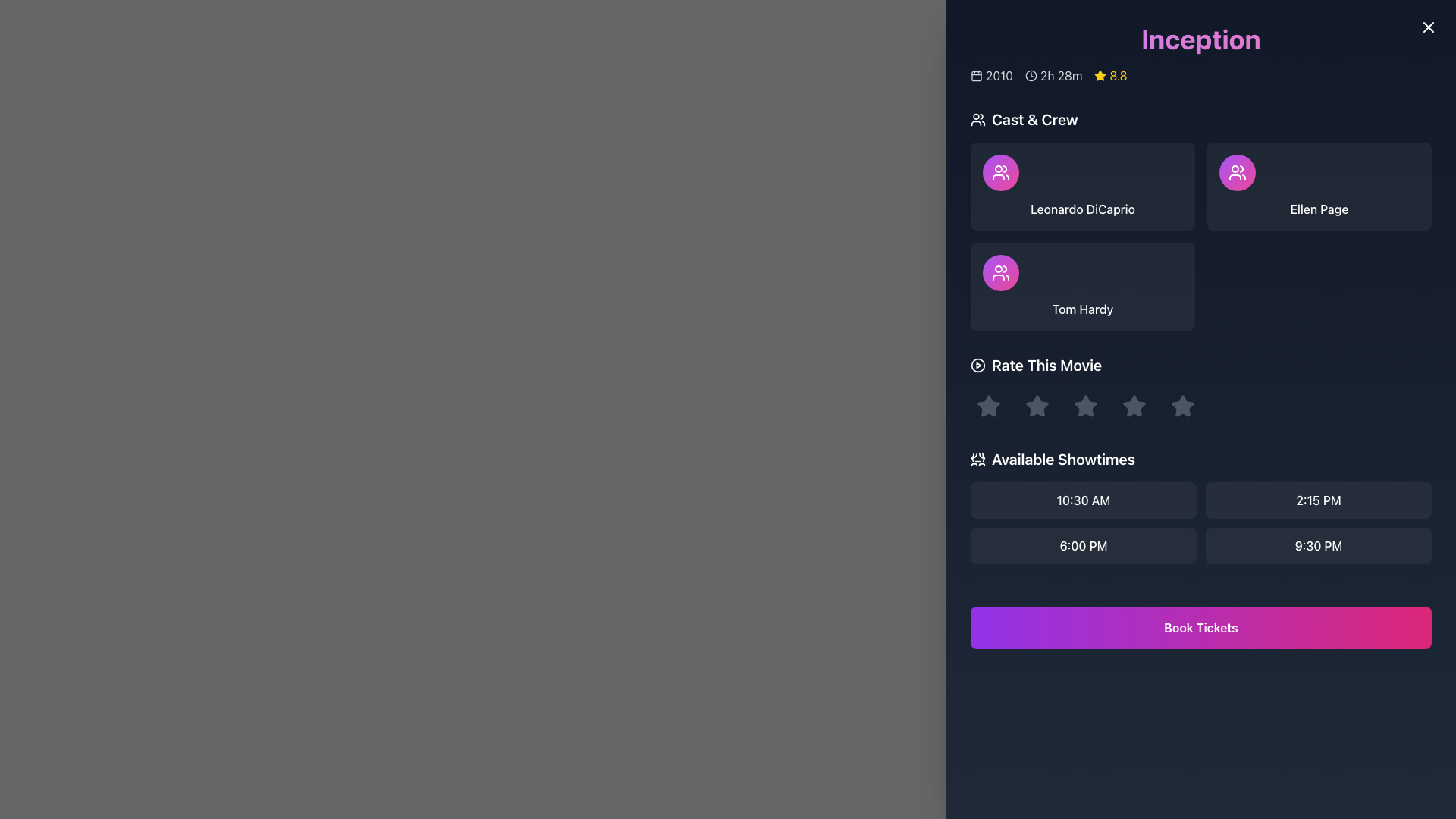 This screenshot has height=819, width=1456. I want to click on the small calendar icon styled with the 'lucide' class, located to the left of the text '2010', so click(976, 76).